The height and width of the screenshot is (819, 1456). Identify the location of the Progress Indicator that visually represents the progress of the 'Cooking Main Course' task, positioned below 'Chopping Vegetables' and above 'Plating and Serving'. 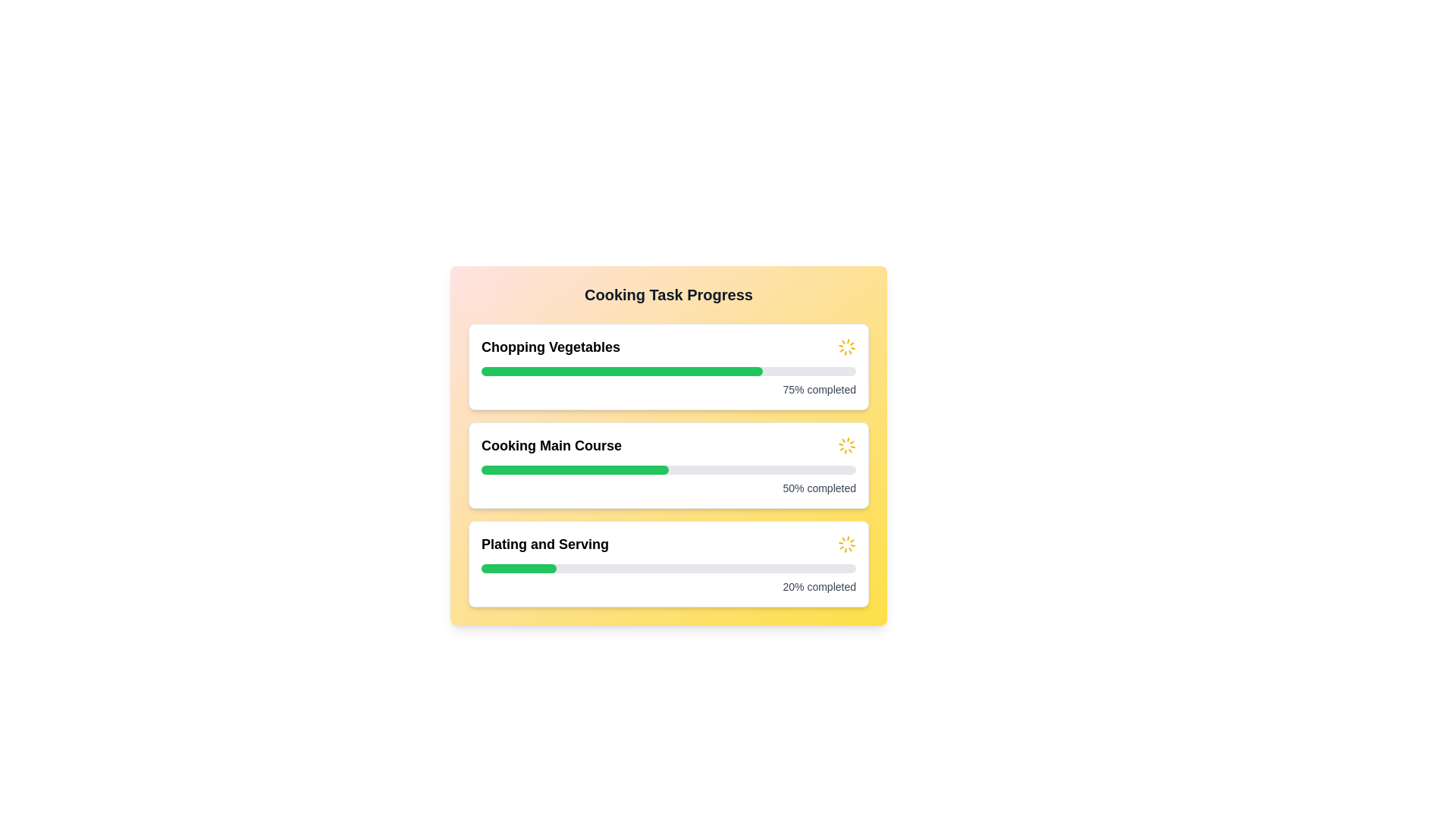
(668, 464).